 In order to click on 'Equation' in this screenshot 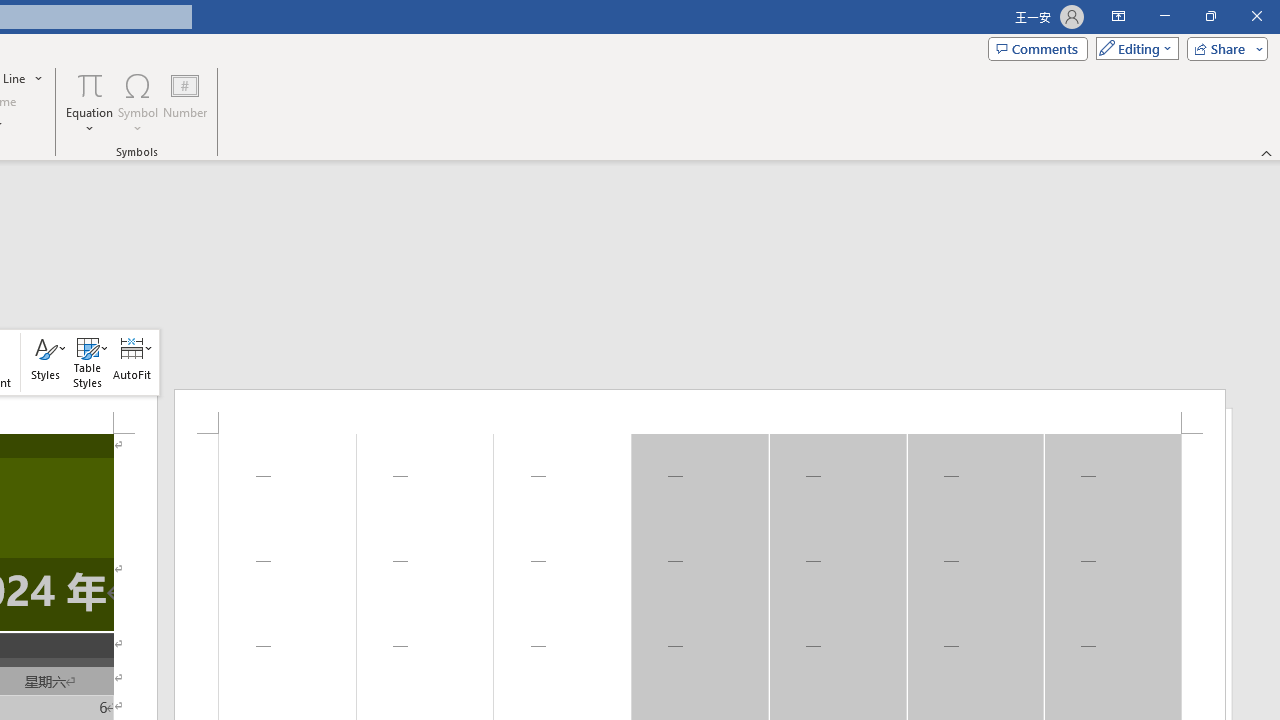, I will do `click(89, 84)`.